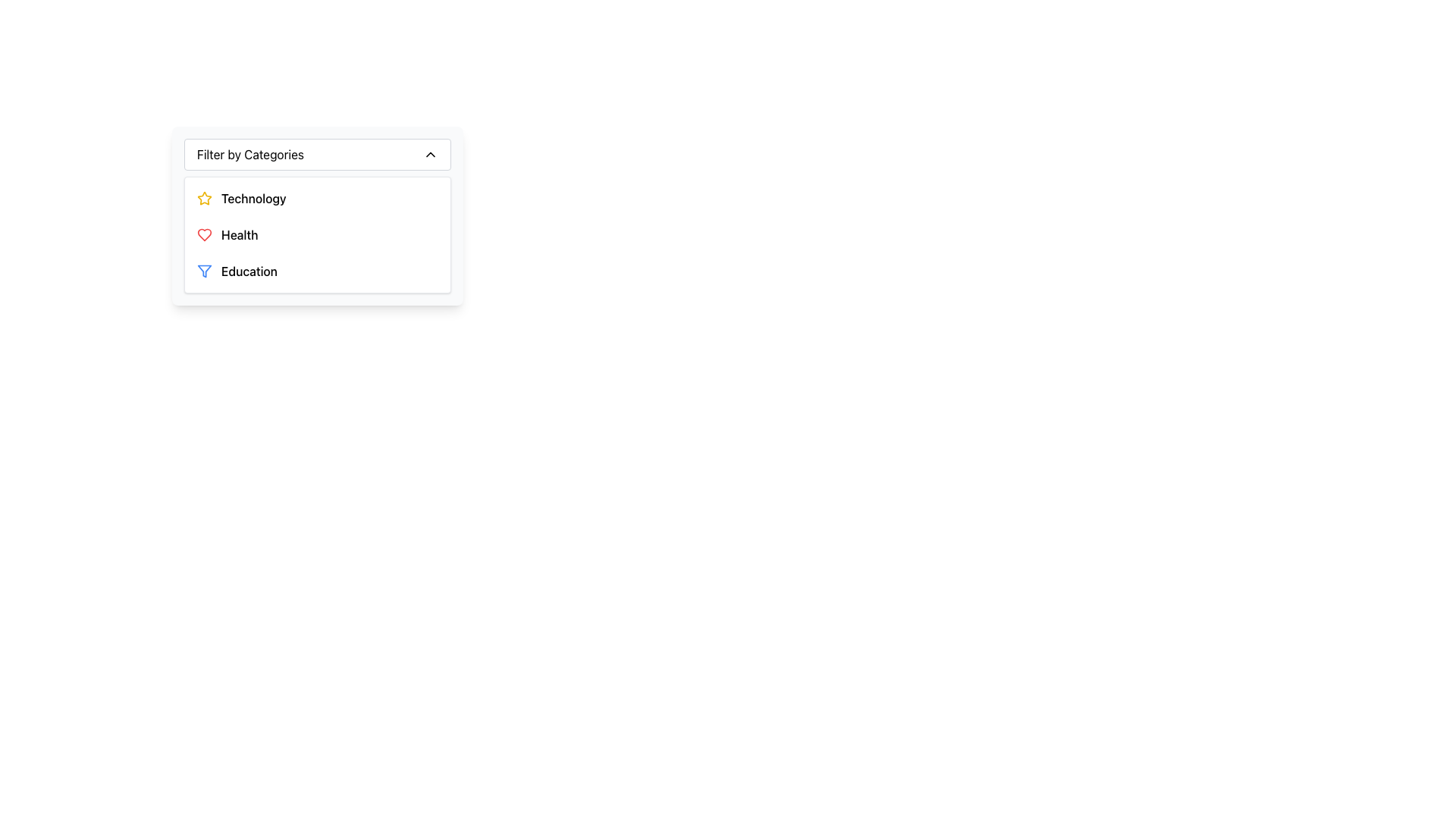 This screenshot has width=1456, height=819. I want to click on the filtering icon that represents 'Education' in the 'Filter by Categories' dropdown list, so click(203, 271).